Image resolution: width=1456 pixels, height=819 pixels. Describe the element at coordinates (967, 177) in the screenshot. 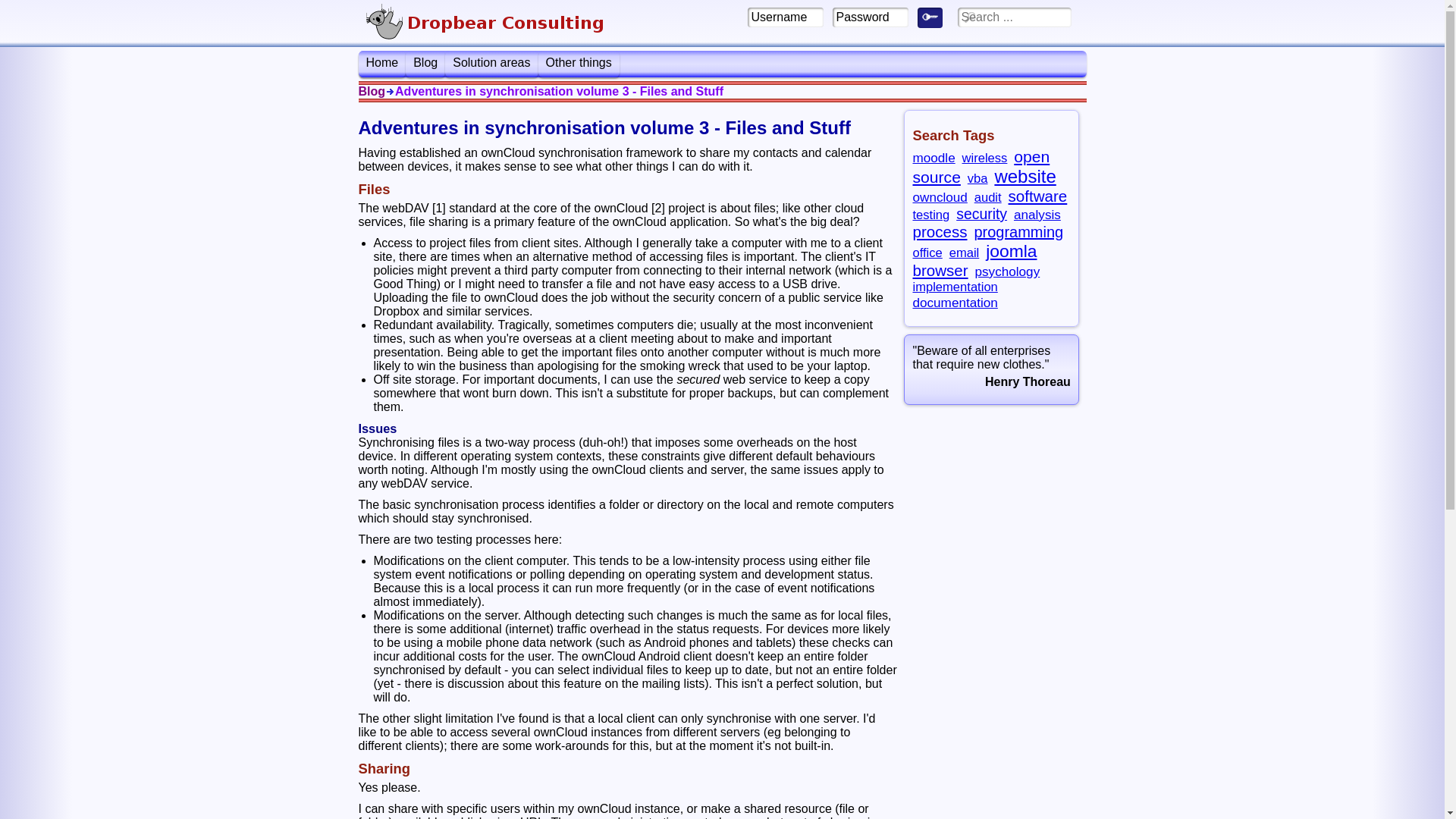

I see `'vba'` at that location.